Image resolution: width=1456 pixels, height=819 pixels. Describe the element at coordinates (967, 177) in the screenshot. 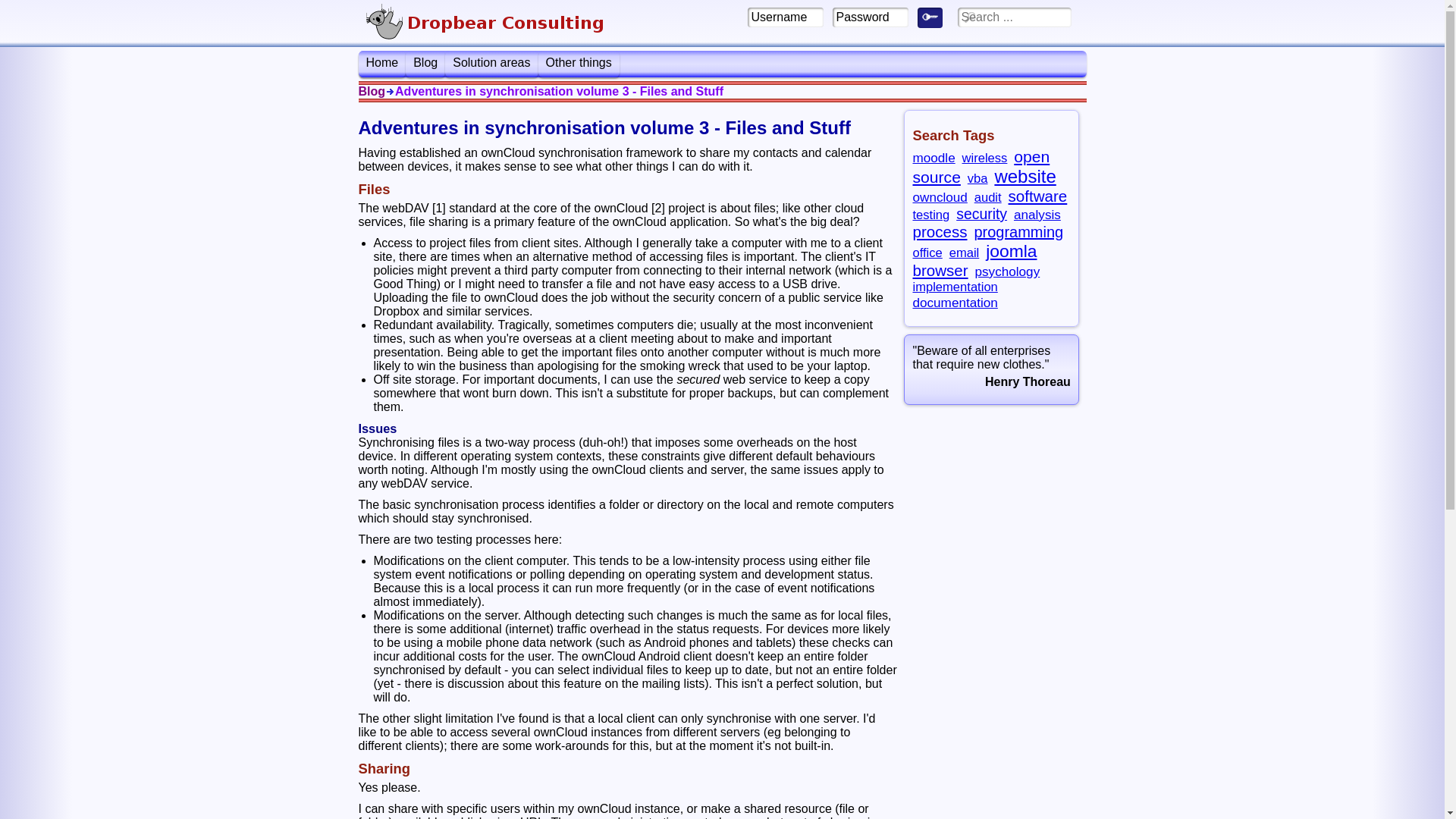

I see `'vba'` at that location.